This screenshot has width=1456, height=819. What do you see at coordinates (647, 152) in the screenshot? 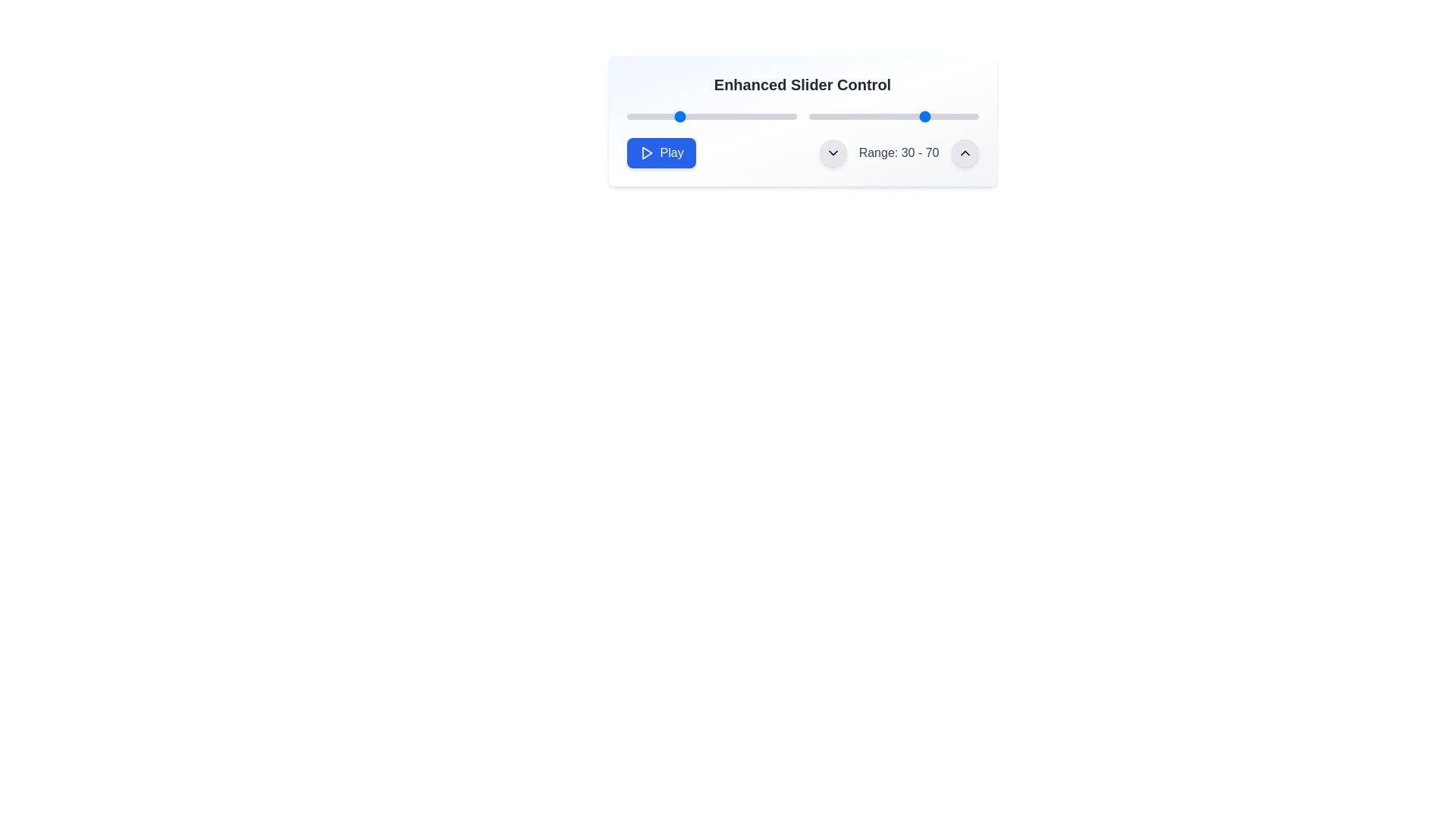
I see `the triangular play icon located centrally within the blue rectangular 'Play' button to initiate play functionality` at bounding box center [647, 152].